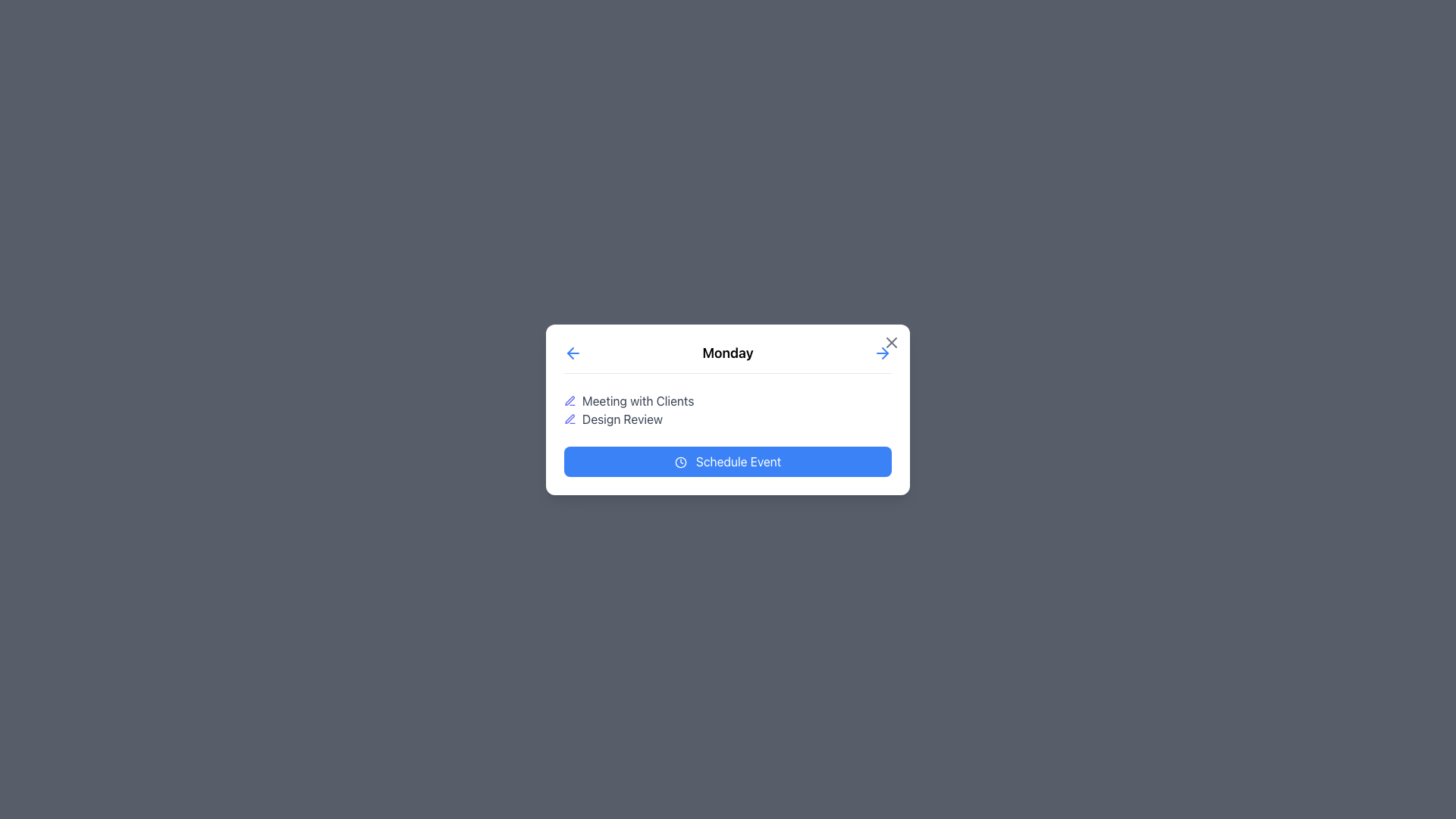 Image resolution: width=1456 pixels, height=819 pixels. What do you see at coordinates (728, 460) in the screenshot?
I see `the 'Schedule Event' button` at bounding box center [728, 460].